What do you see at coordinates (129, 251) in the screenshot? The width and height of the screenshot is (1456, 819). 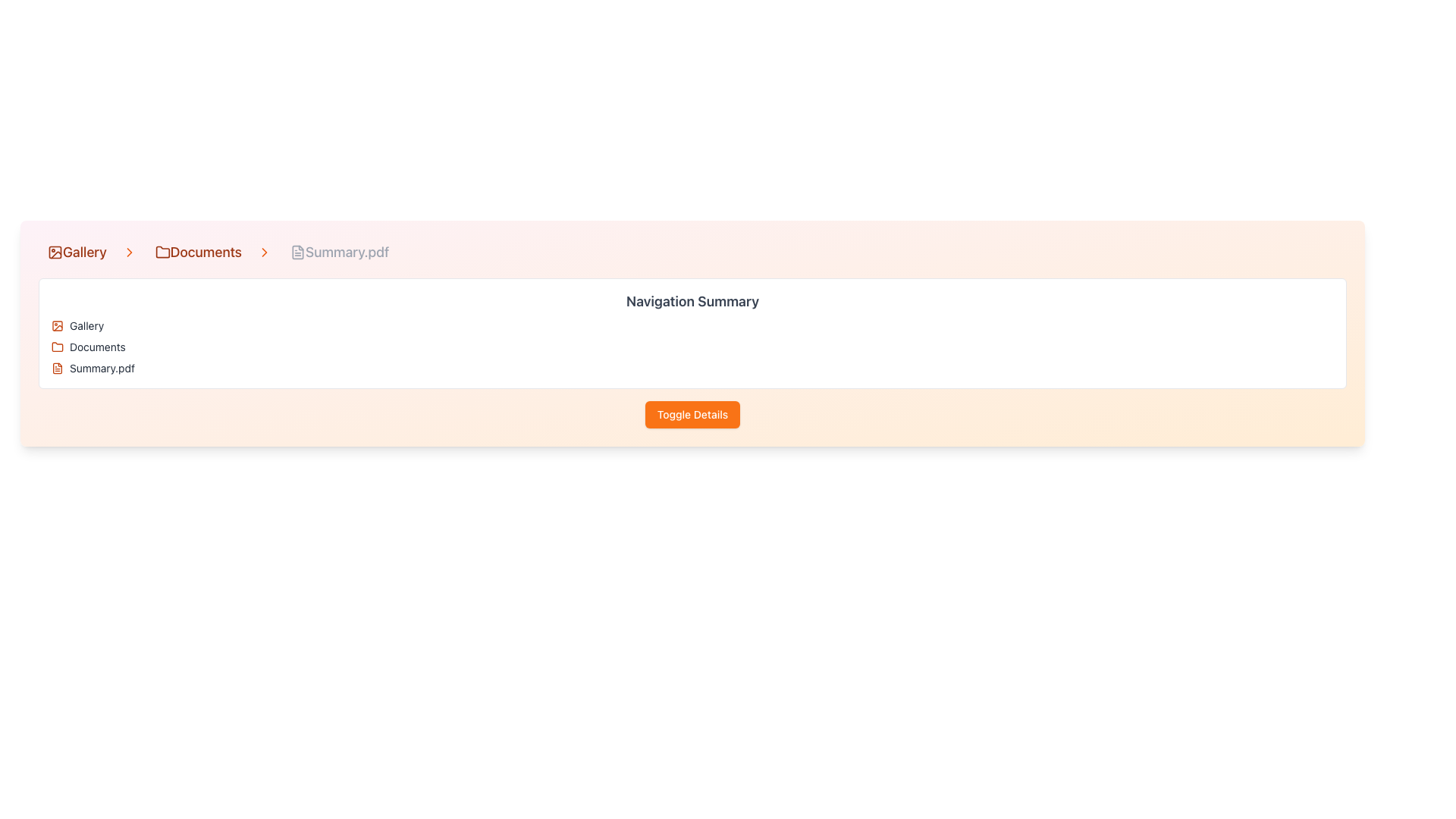 I see `the navigational separator icon in the breadcrumb trail between 'Gallery' and 'Documents'` at bounding box center [129, 251].